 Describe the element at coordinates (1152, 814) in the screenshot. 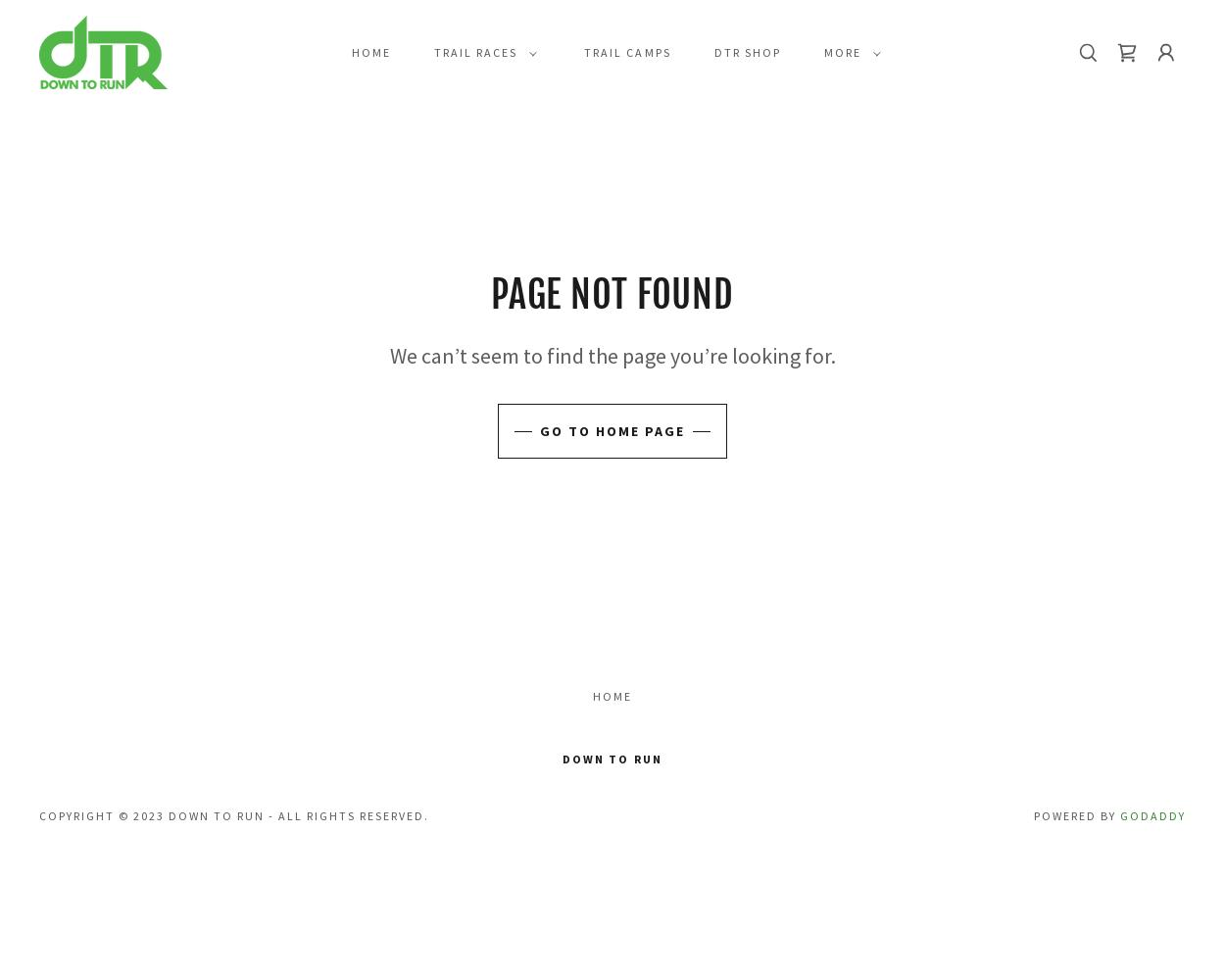

I see `'GoDaddy'` at that location.